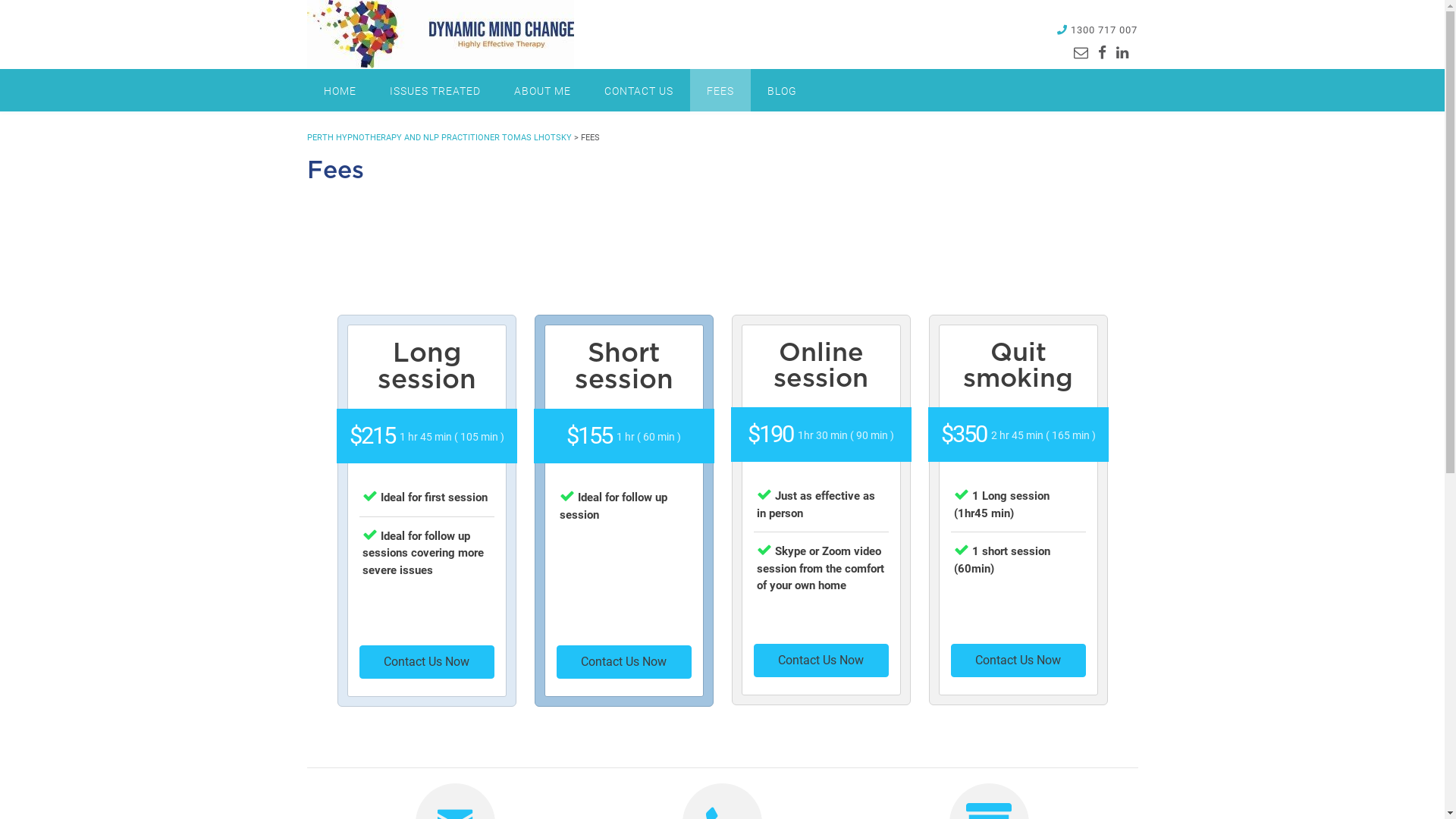 Image resolution: width=1456 pixels, height=819 pixels. I want to click on 'PERTH HYPNOTHERAPY AND NLP PRACTITIONER TOMAS LHOTSKY', so click(438, 137).